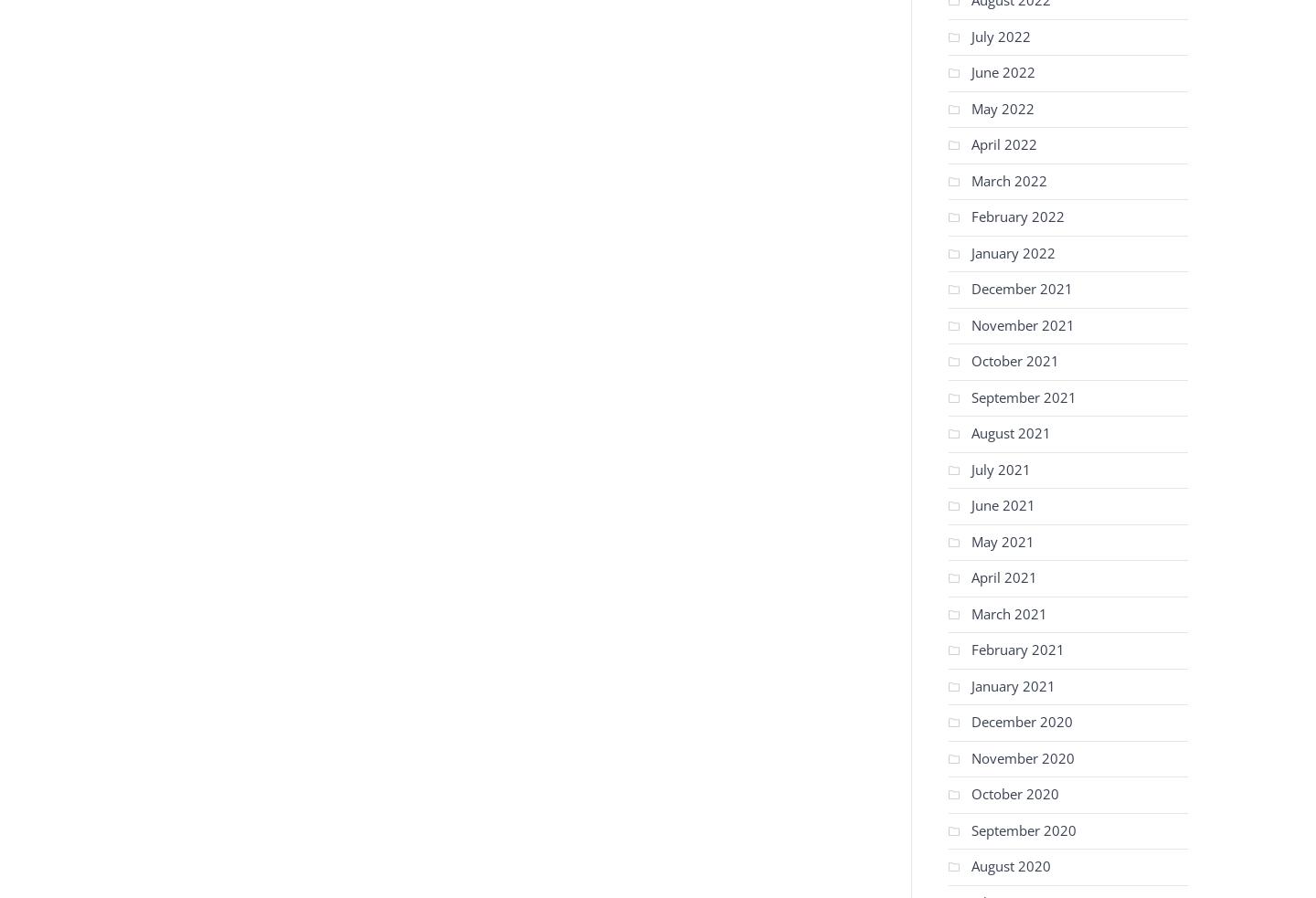  I want to click on 'November 2020', so click(1022, 756).